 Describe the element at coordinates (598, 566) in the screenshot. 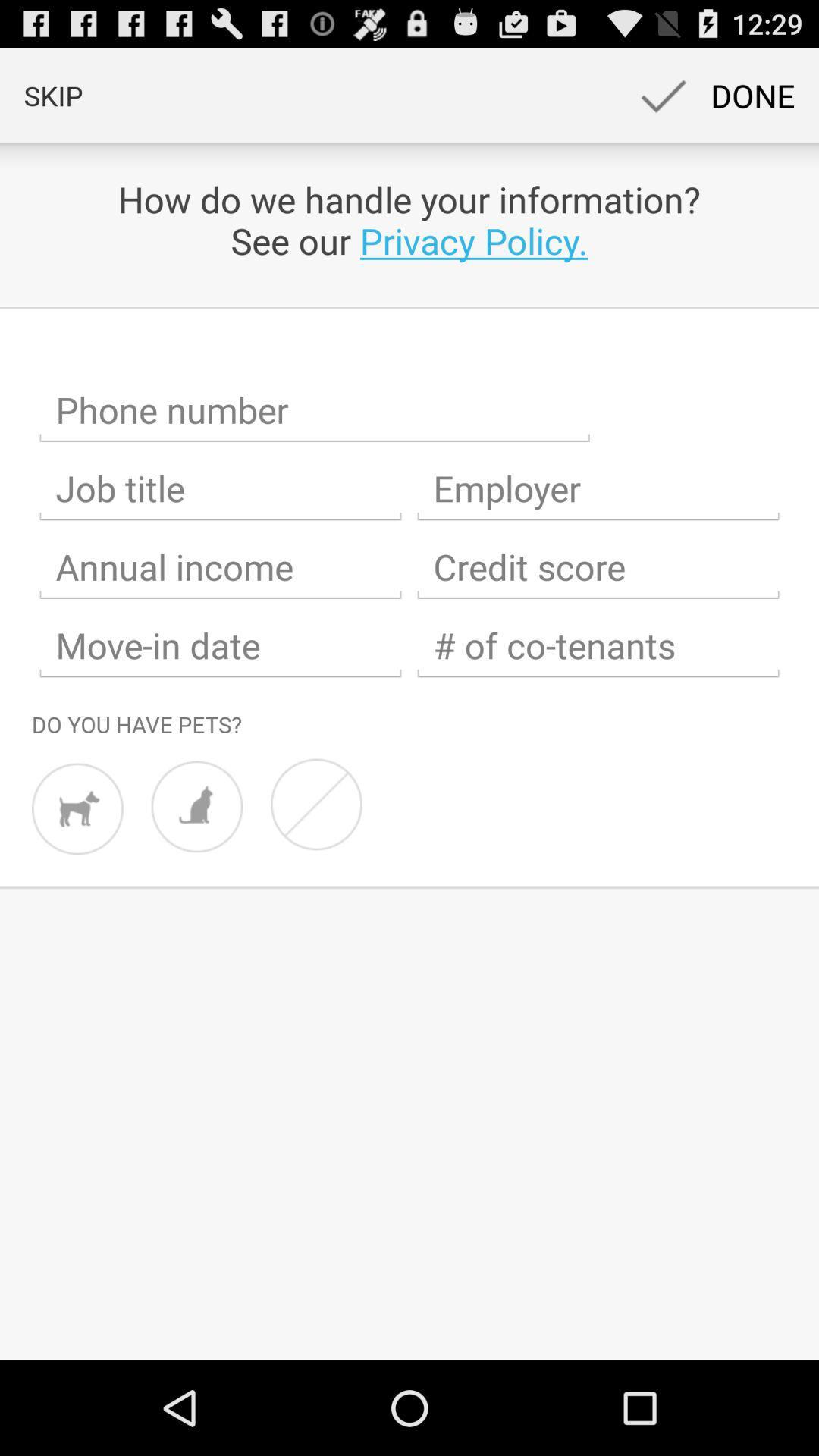

I see `view/show credit score` at that location.